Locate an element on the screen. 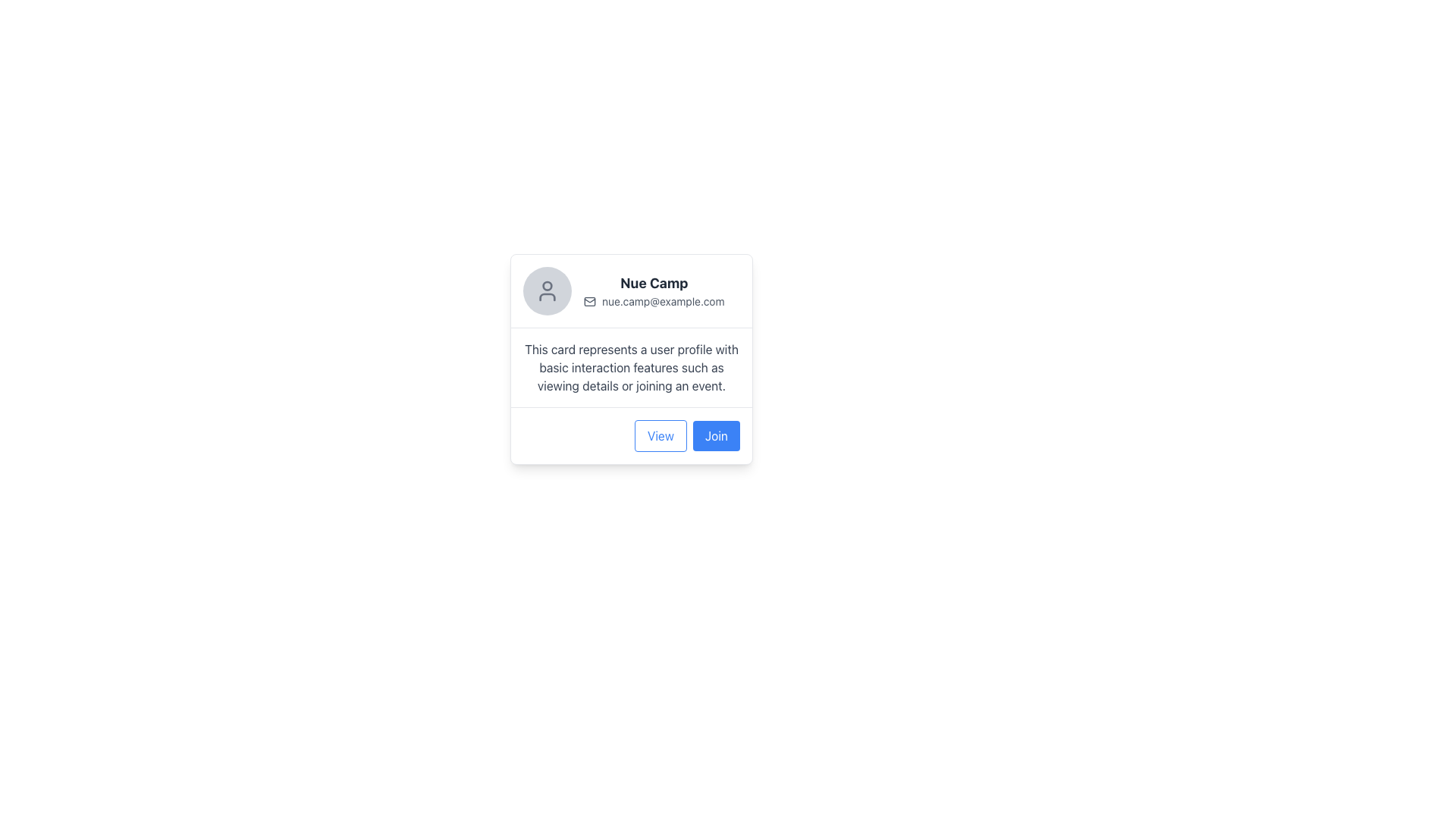  the user profile icon, which is a minimalist outline of a head and shoulders enclosed in a circular gray background, located in the top-left section of a card layout is located at coordinates (546, 291).